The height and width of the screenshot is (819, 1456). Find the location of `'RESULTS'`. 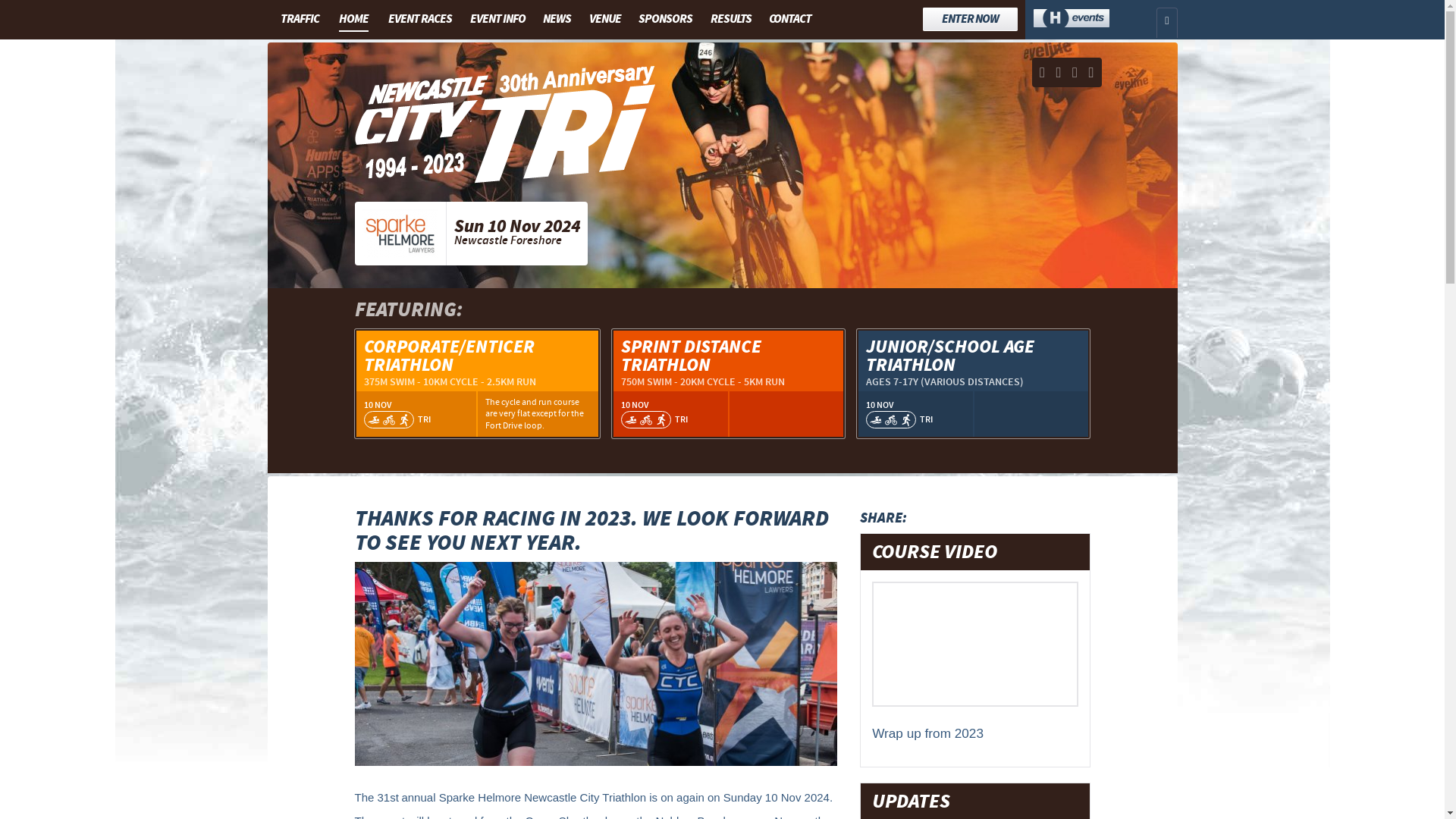

'RESULTS' is located at coordinates (731, 18).